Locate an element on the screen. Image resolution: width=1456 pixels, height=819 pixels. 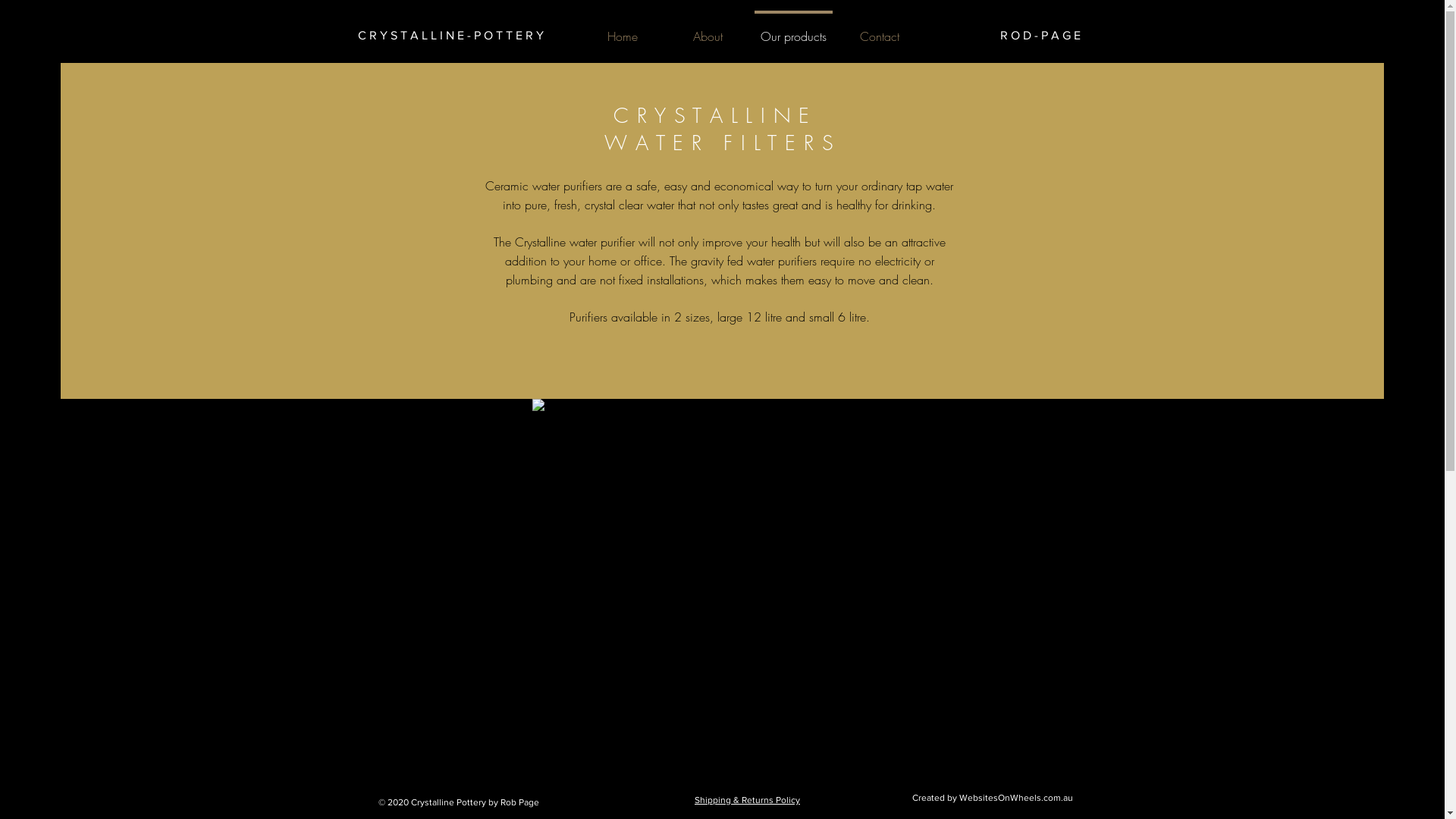
'About' is located at coordinates (665, 29).